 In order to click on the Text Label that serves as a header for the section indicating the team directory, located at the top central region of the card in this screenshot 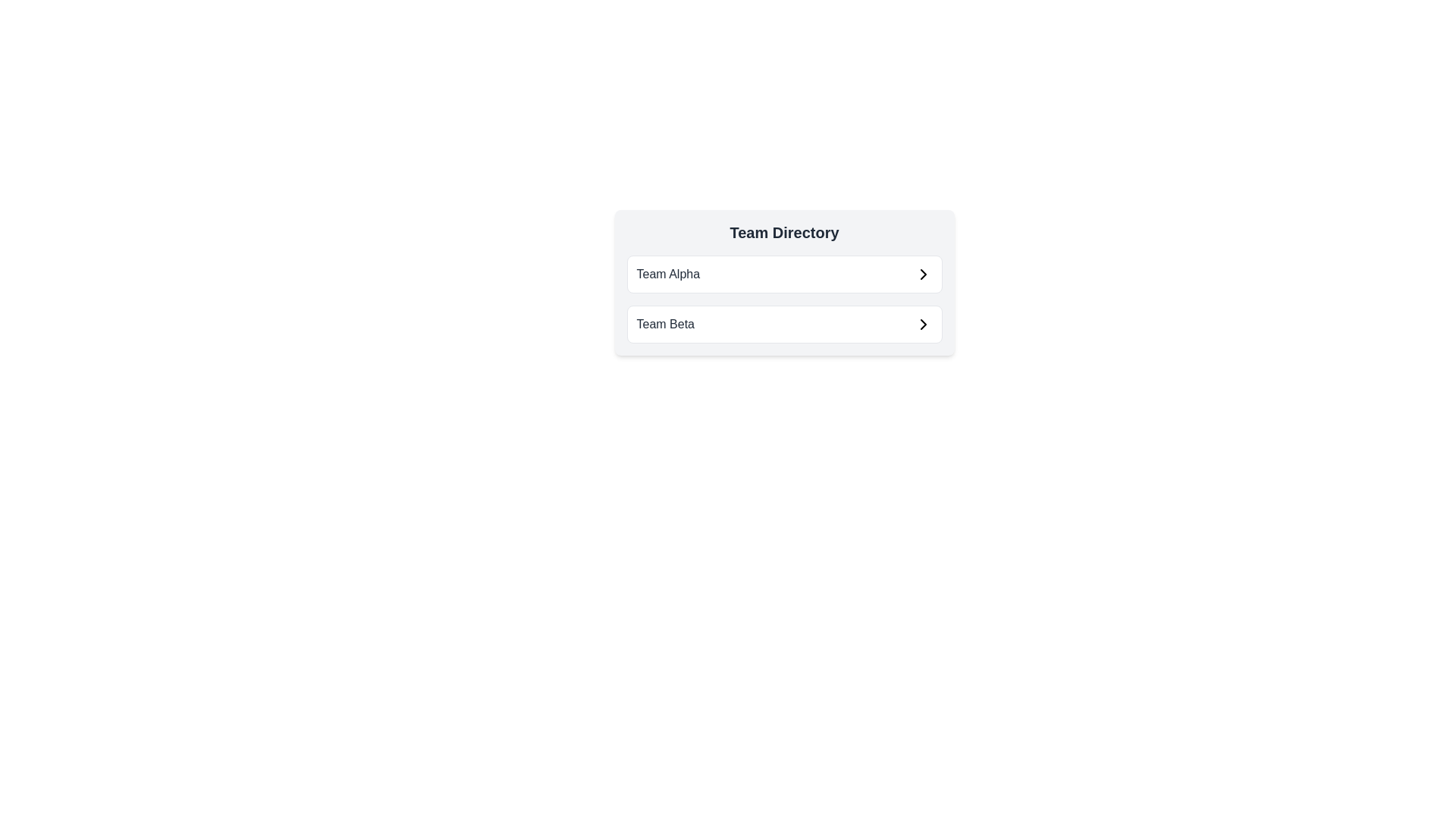, I will do `click(784, 233)`.